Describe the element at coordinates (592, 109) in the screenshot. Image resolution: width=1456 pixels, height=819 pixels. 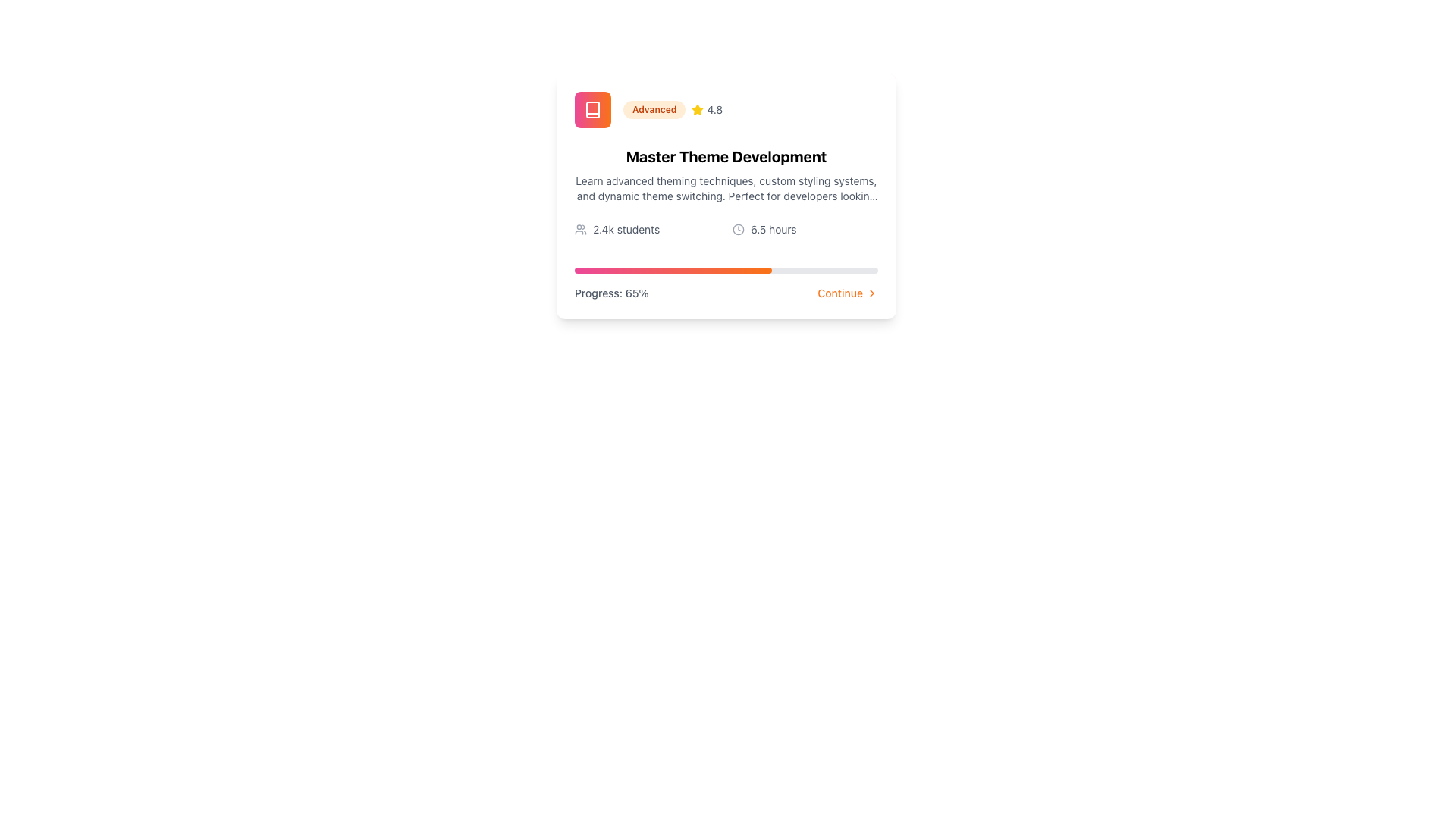
I see `the book icon with a white color against a gradient pink-to-orange background, located in the top-left corner of the card interface` at that location.